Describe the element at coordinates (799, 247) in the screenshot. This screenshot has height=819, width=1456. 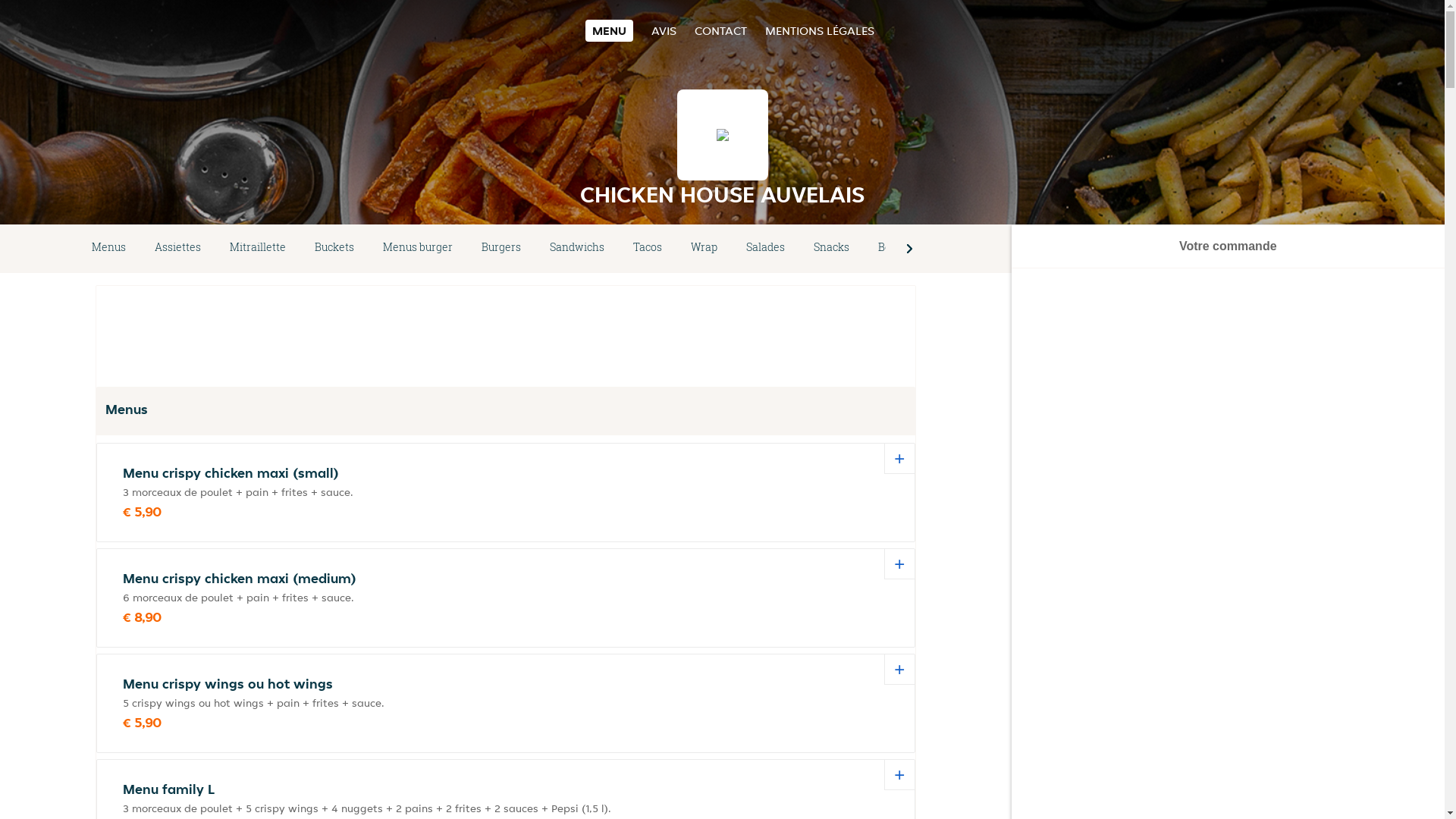
I see `'Snacks'` at that location.